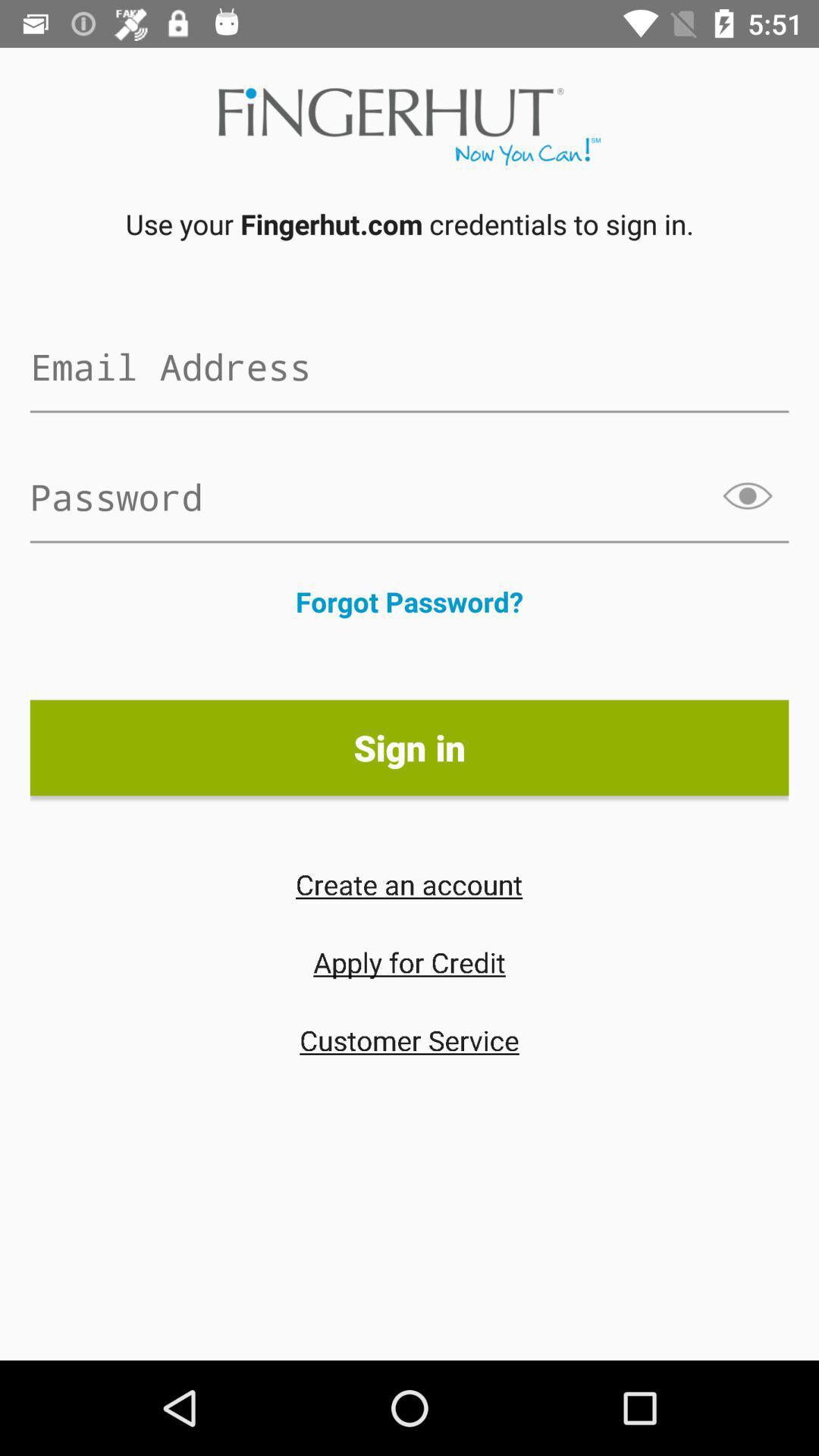  Describe the element at coordinates (408, 884) in the screenshot. I see `the icon above apply for credit` at that location.